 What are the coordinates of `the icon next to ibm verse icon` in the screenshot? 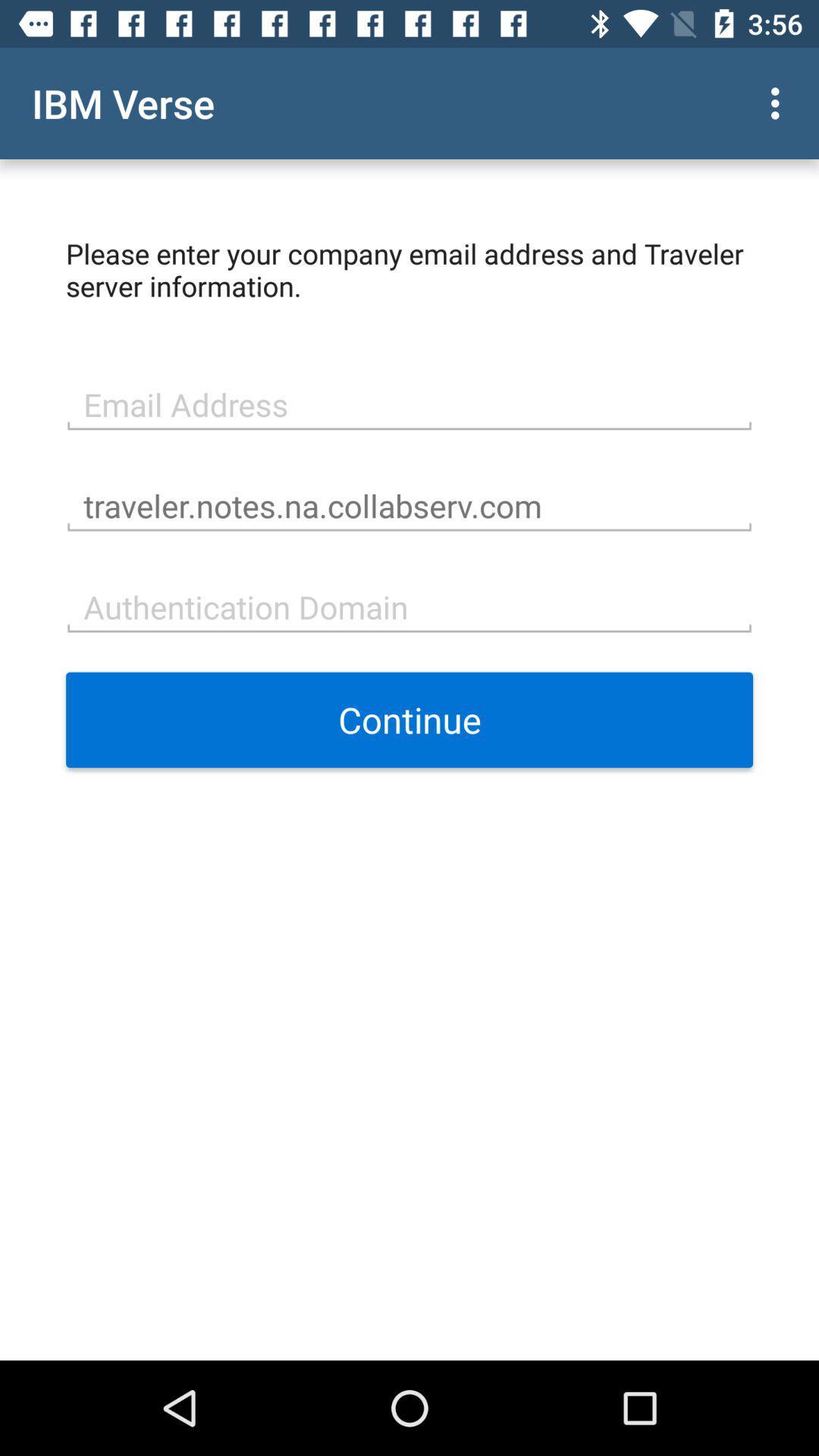 It's located at (779, 102).